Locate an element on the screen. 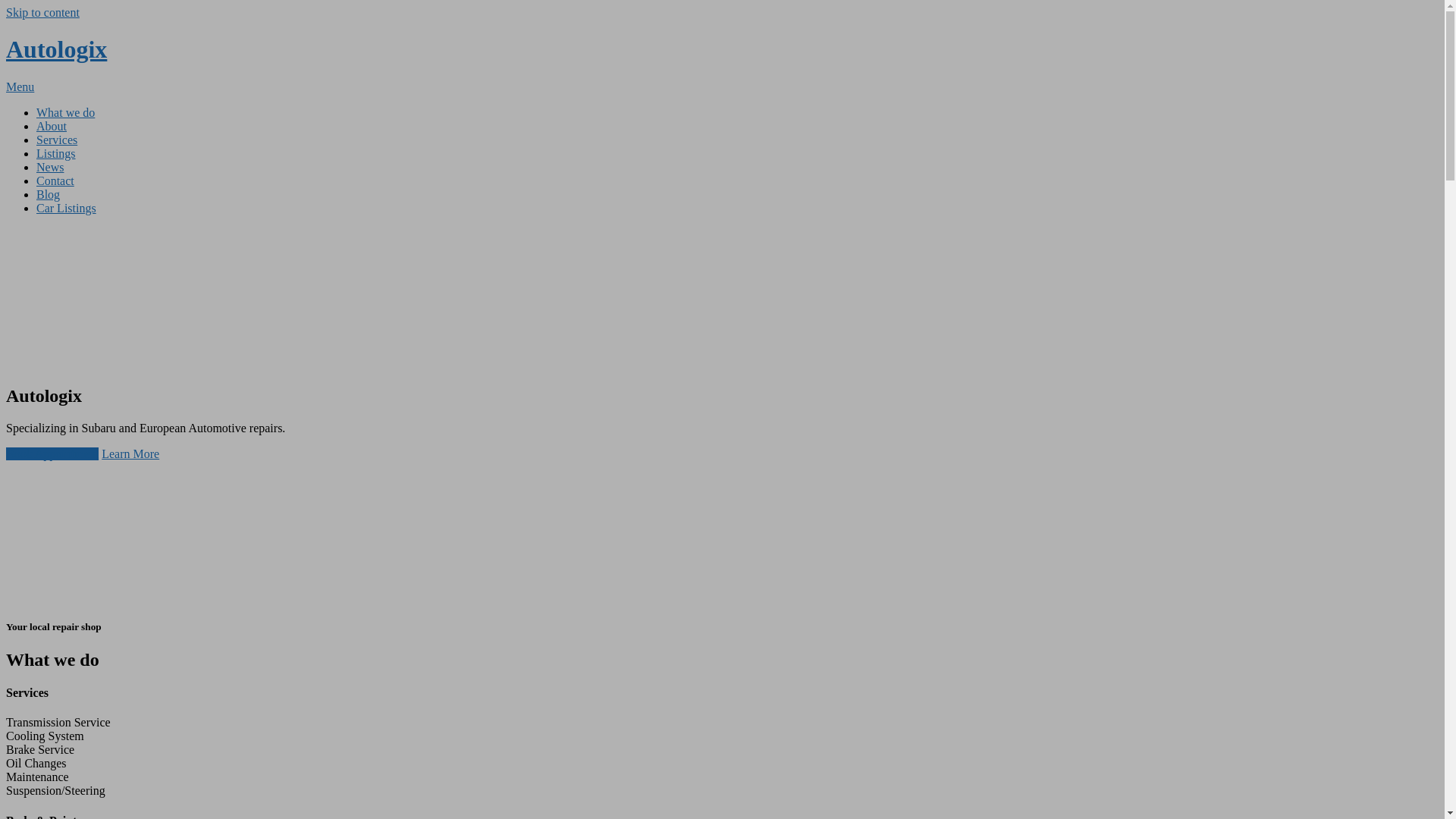 This screenshot has width=1456, height=819. 'Skip to content' is located at coordinates (42, 12).